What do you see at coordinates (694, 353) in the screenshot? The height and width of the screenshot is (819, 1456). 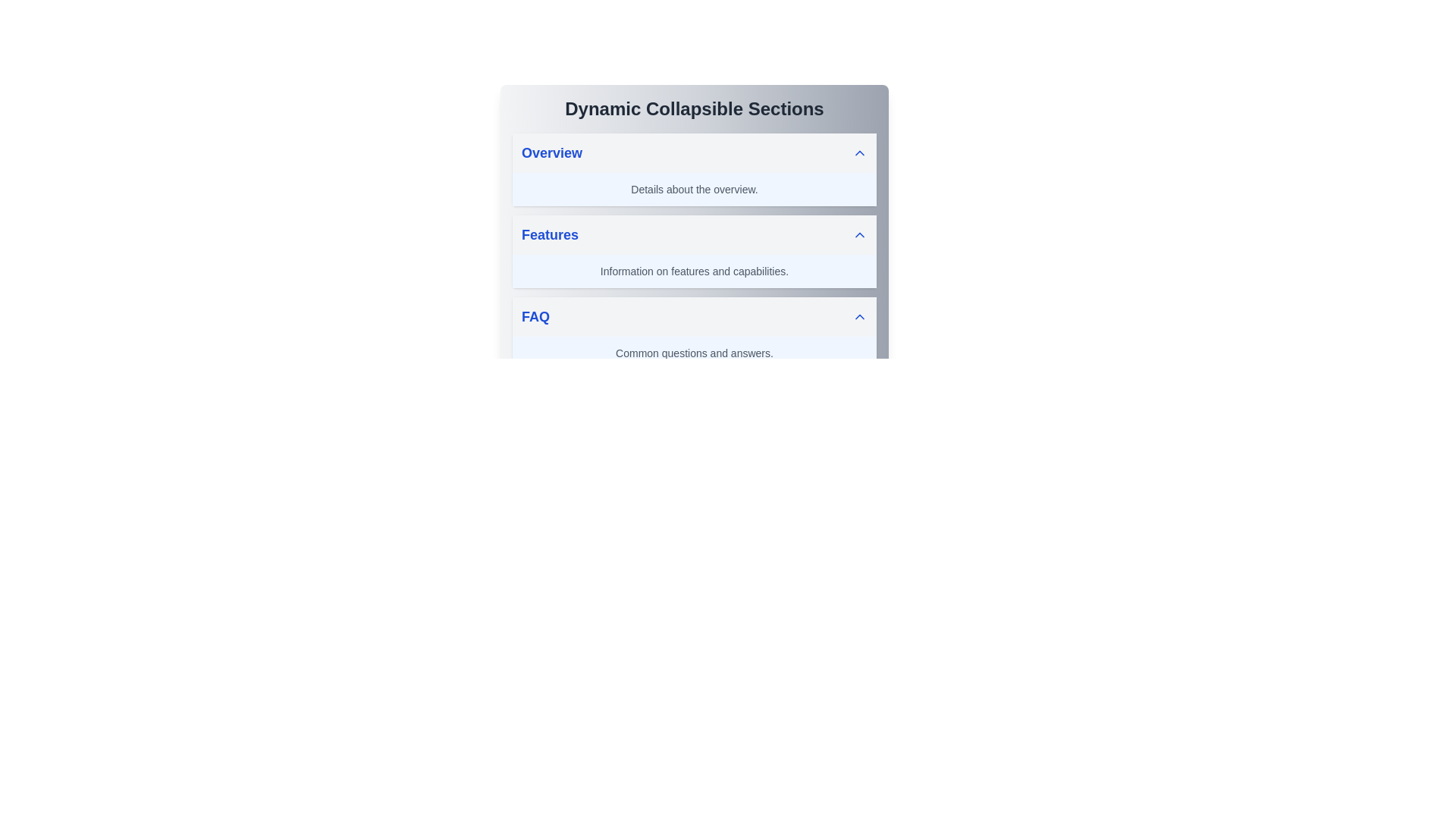 I see `the text block with a light blue background and gray text reading 'Common questions and answers' located in the 'FAQ' section` at bounding box center [694, 353].